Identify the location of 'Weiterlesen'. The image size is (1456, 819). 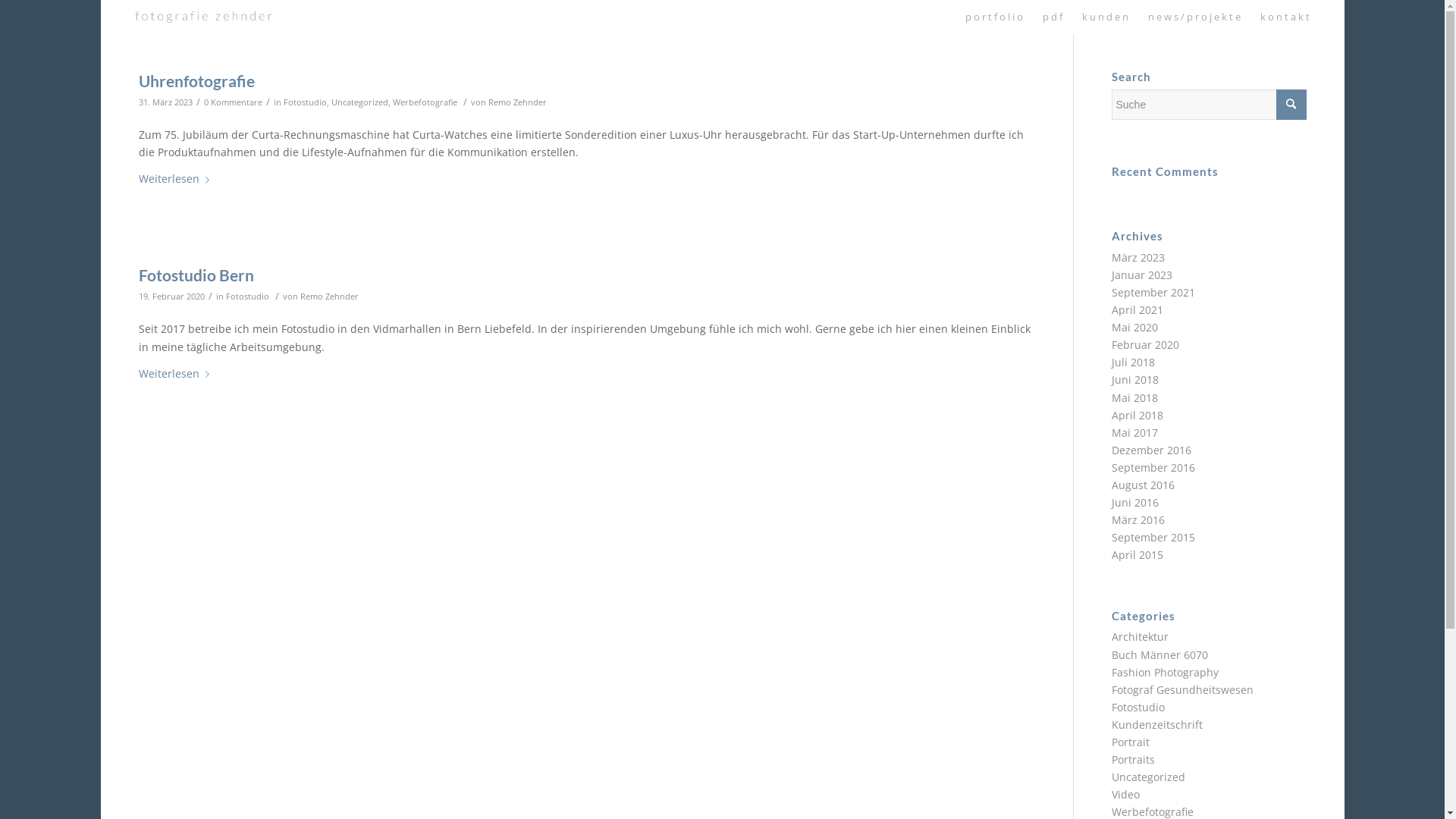
(176, 178).